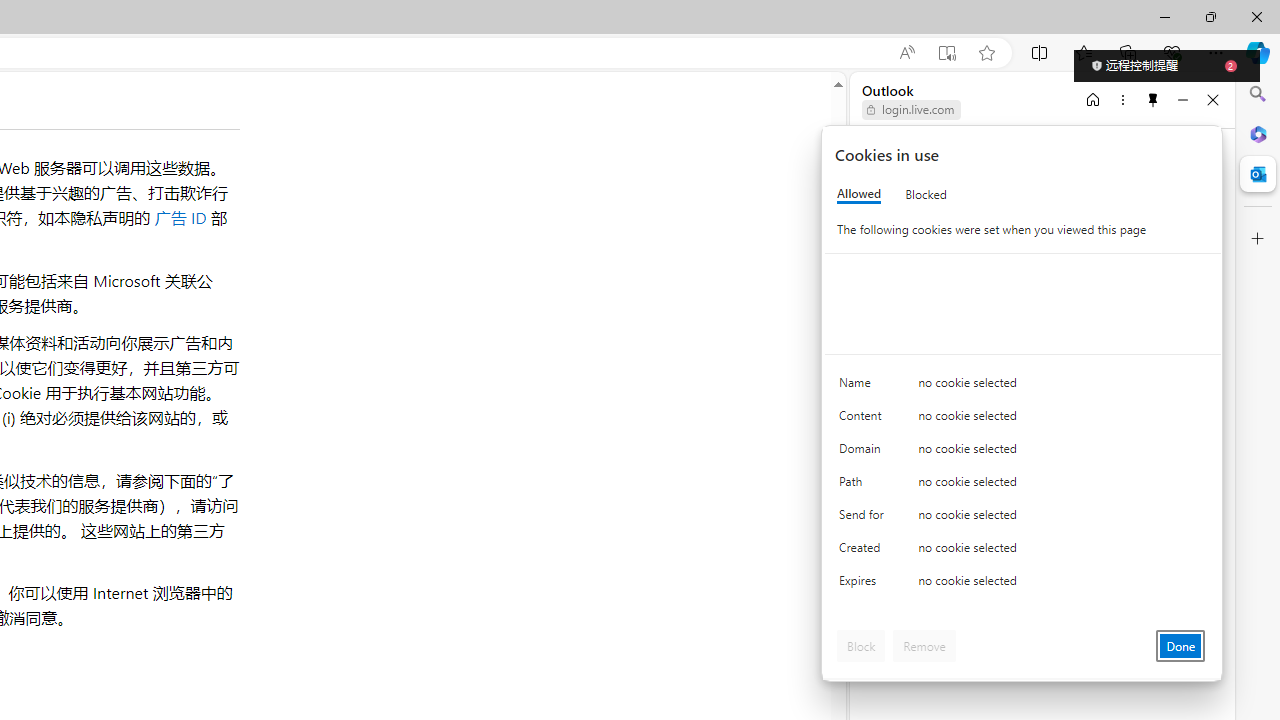 The image size is (1280, 720). I want to click on 'Remove', so click(923, 645).